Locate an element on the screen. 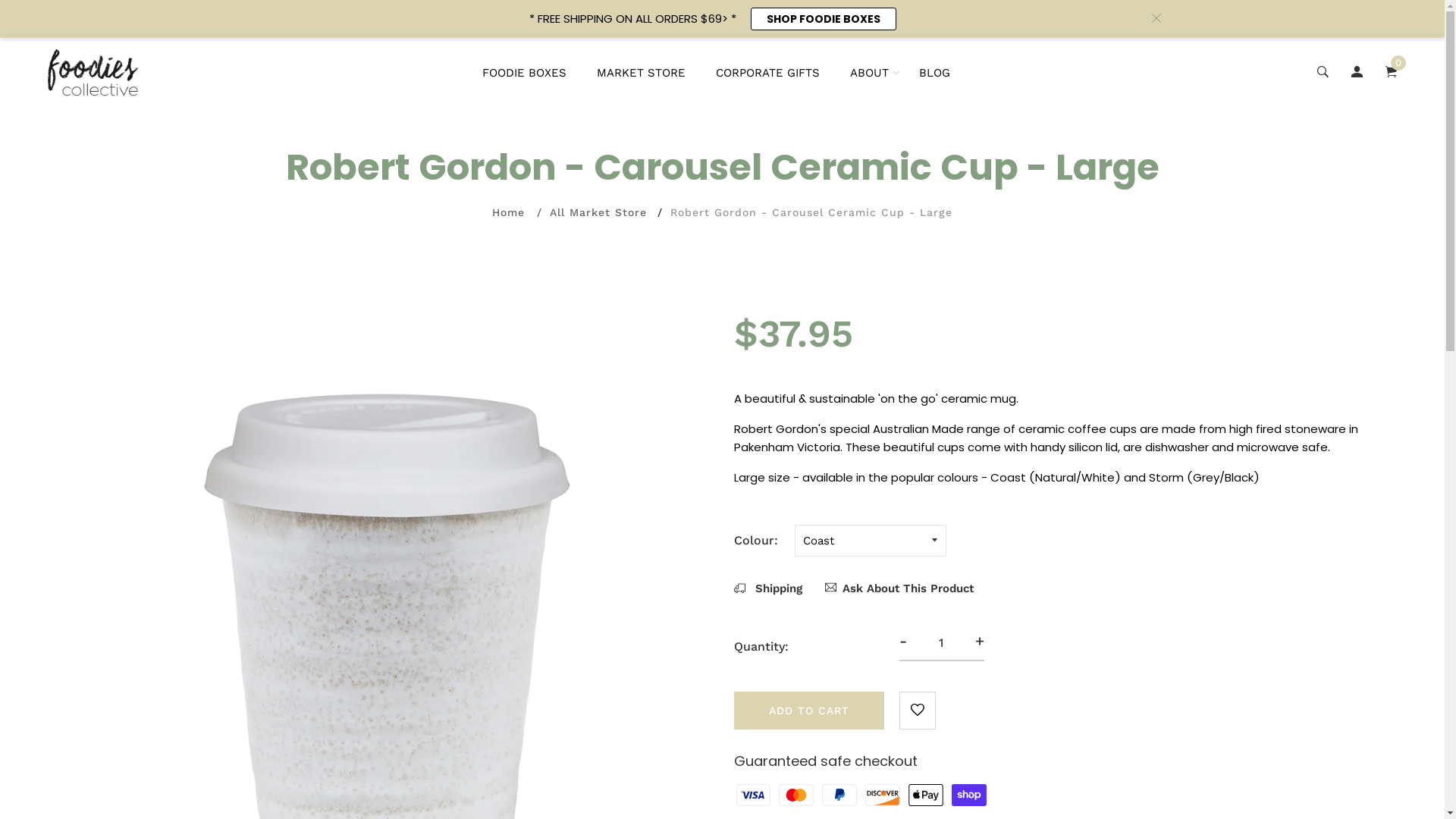 This screenshot has width=1456, height=819. 'Home' is located at coordinates (508, 212).